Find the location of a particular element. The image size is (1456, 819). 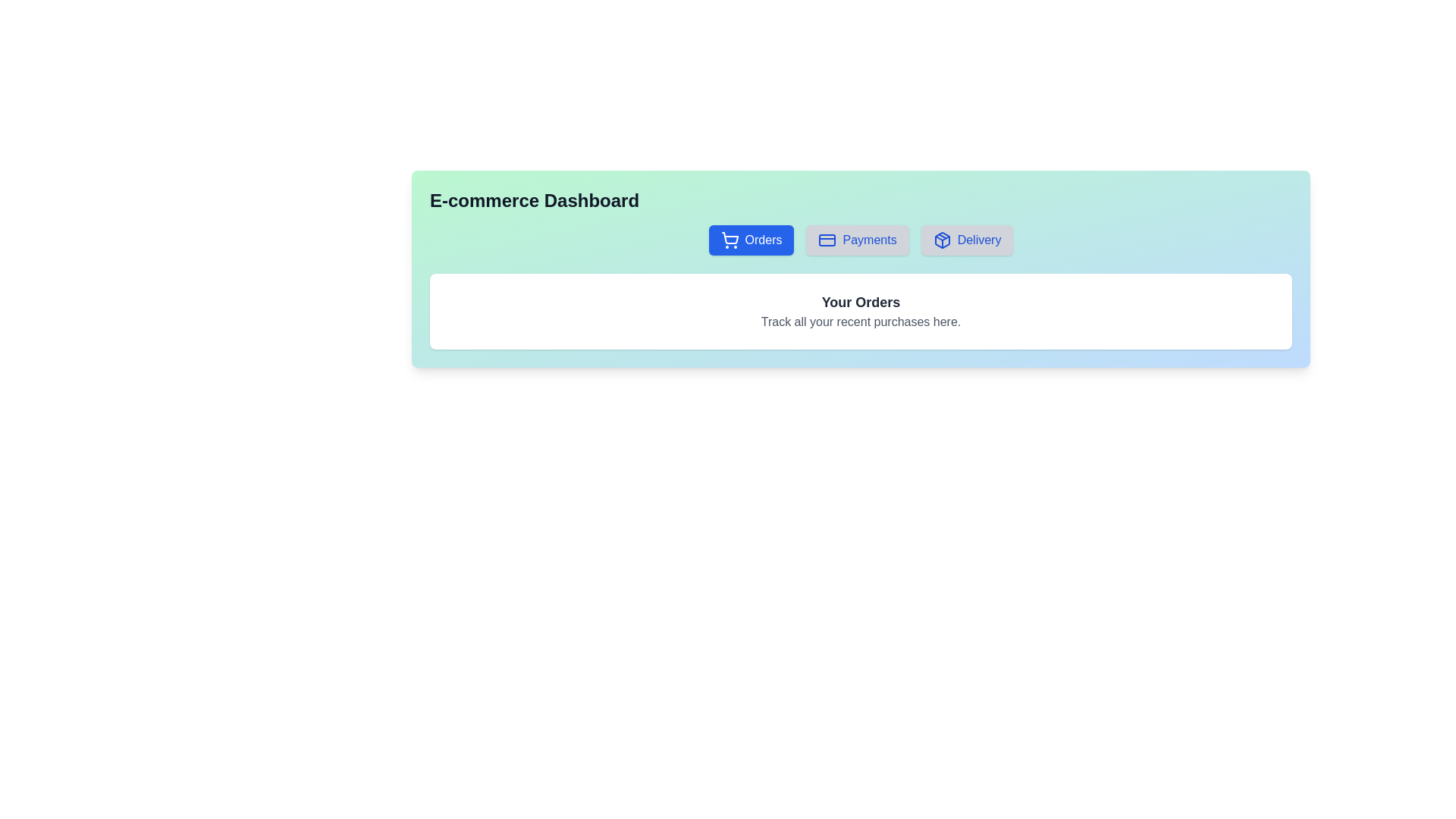

the 'Delivery' button, which is a rectangular button with a light gray background and an icon of a package box is located at coordinates (966, 239).